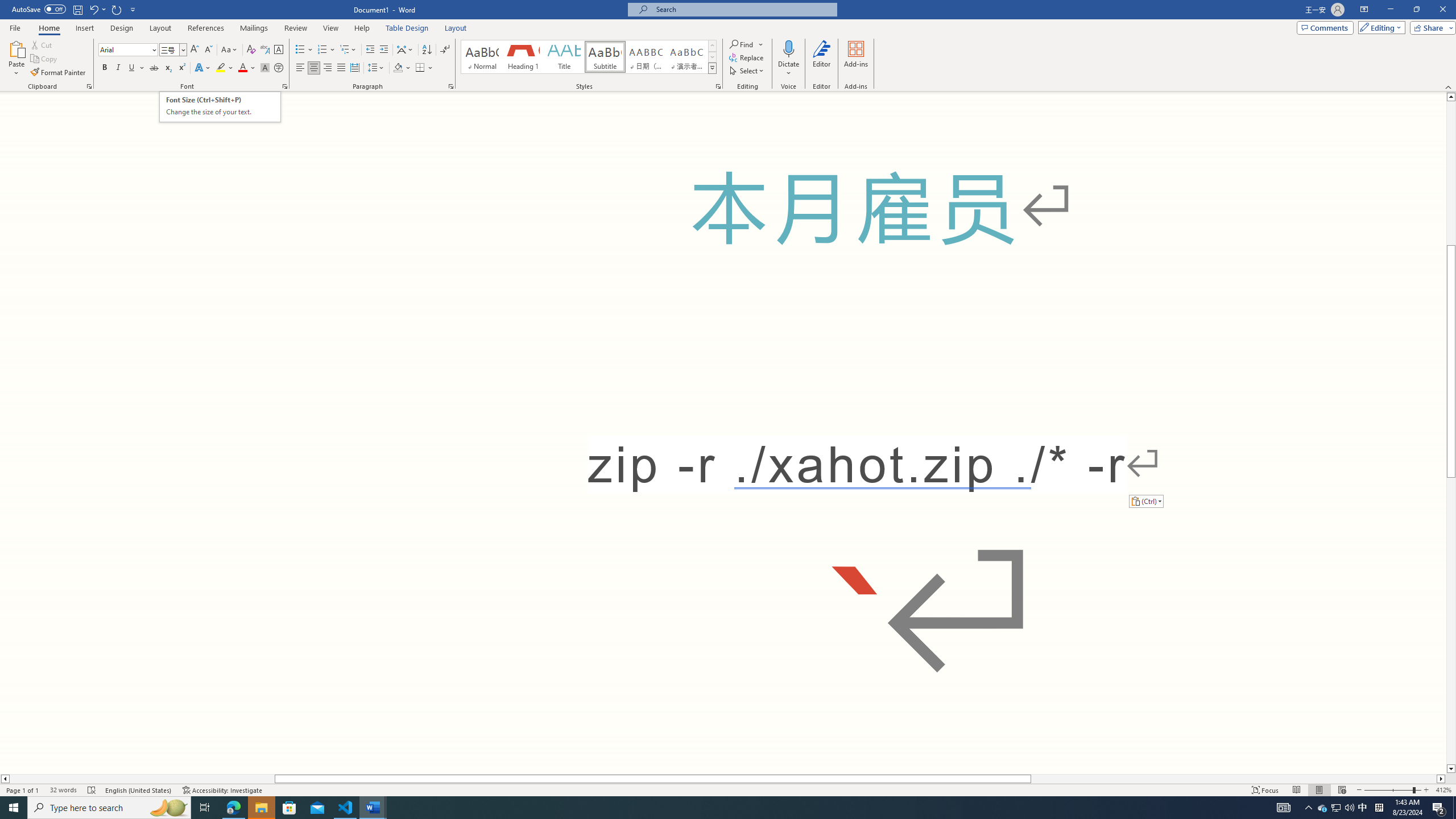 This screenshot has width=1456, height=819. I want to click on 'AutomationID: QuickStylesGallery', so click(589, 56).